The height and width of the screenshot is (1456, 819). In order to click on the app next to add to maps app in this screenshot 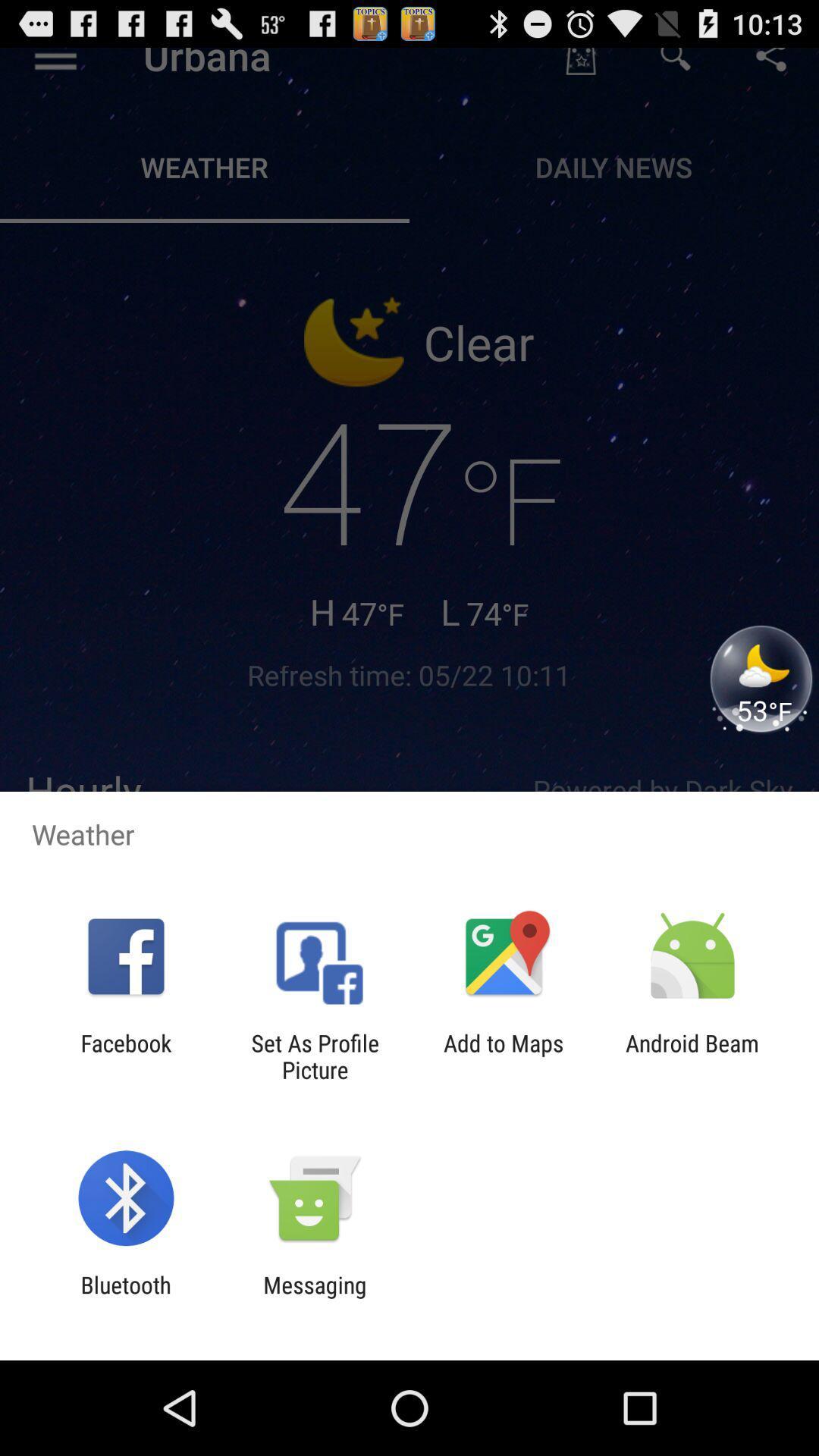, I will do `click(314, 1056)`.